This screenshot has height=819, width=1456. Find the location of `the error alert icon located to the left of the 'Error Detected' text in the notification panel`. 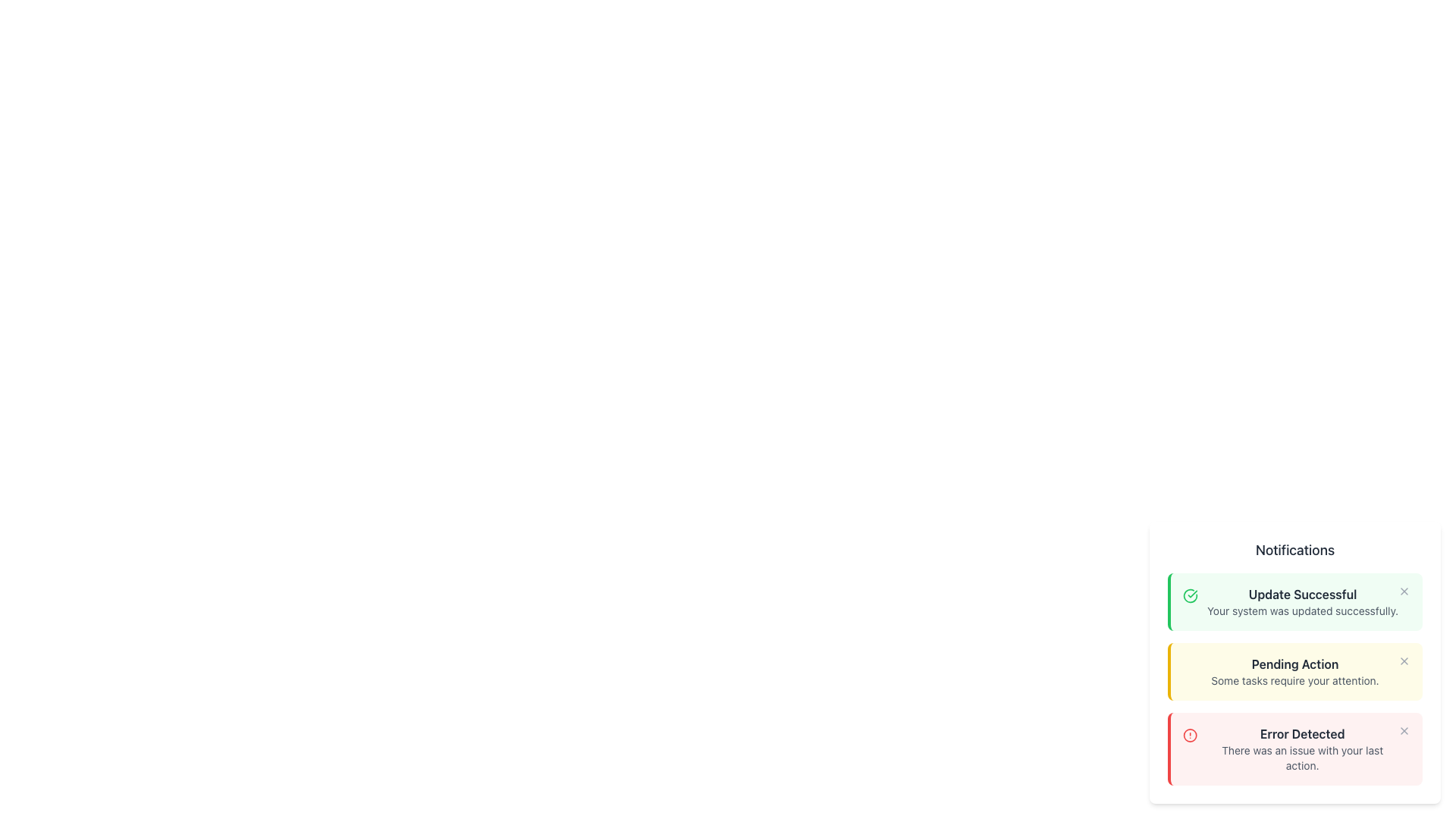

the error alert icon located to the left of the 'Error Detected' text in the notification panel is located at coordinates (1189, 734).